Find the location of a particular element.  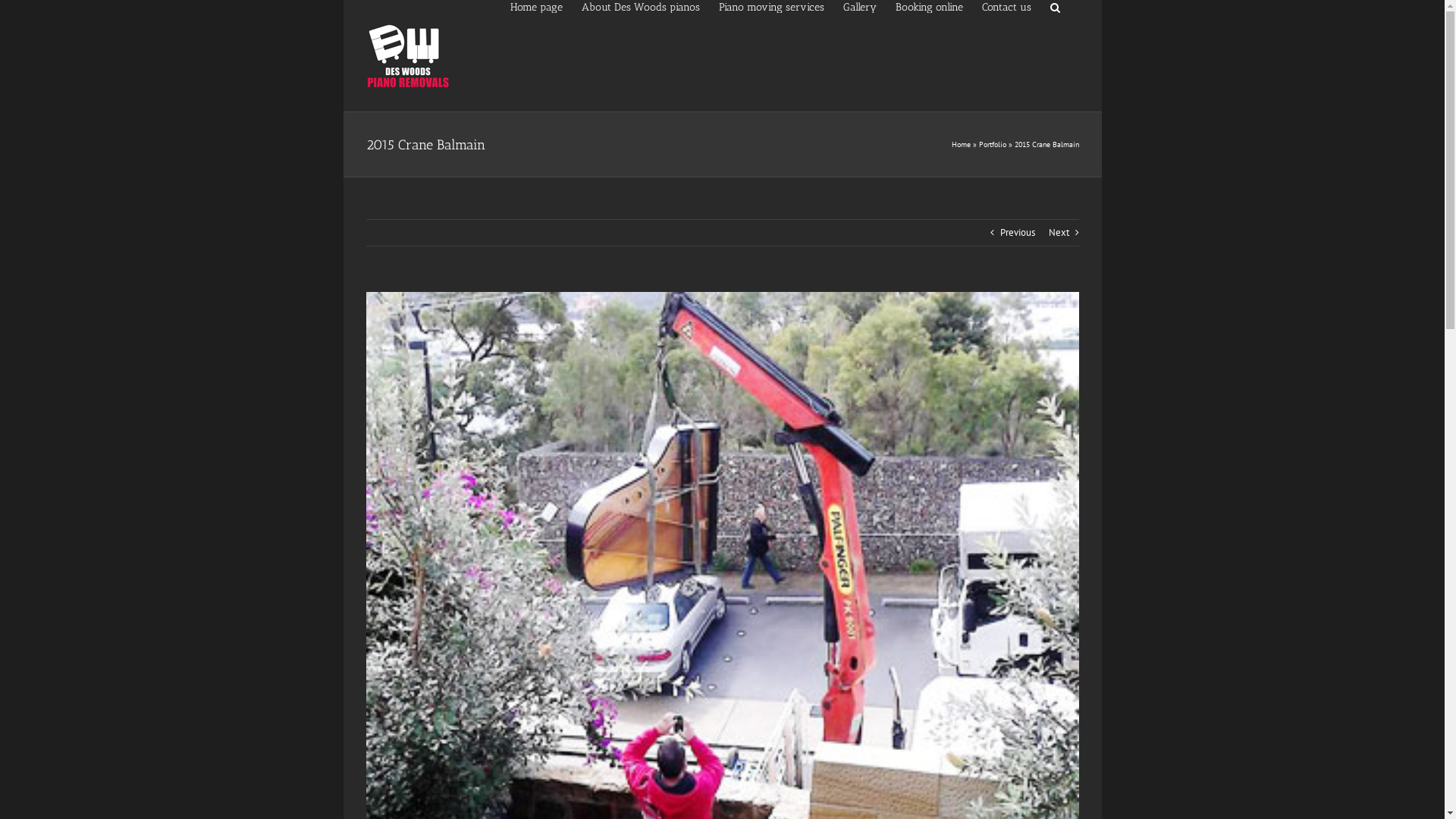

'Search' is located at coordinates (1053, 6).